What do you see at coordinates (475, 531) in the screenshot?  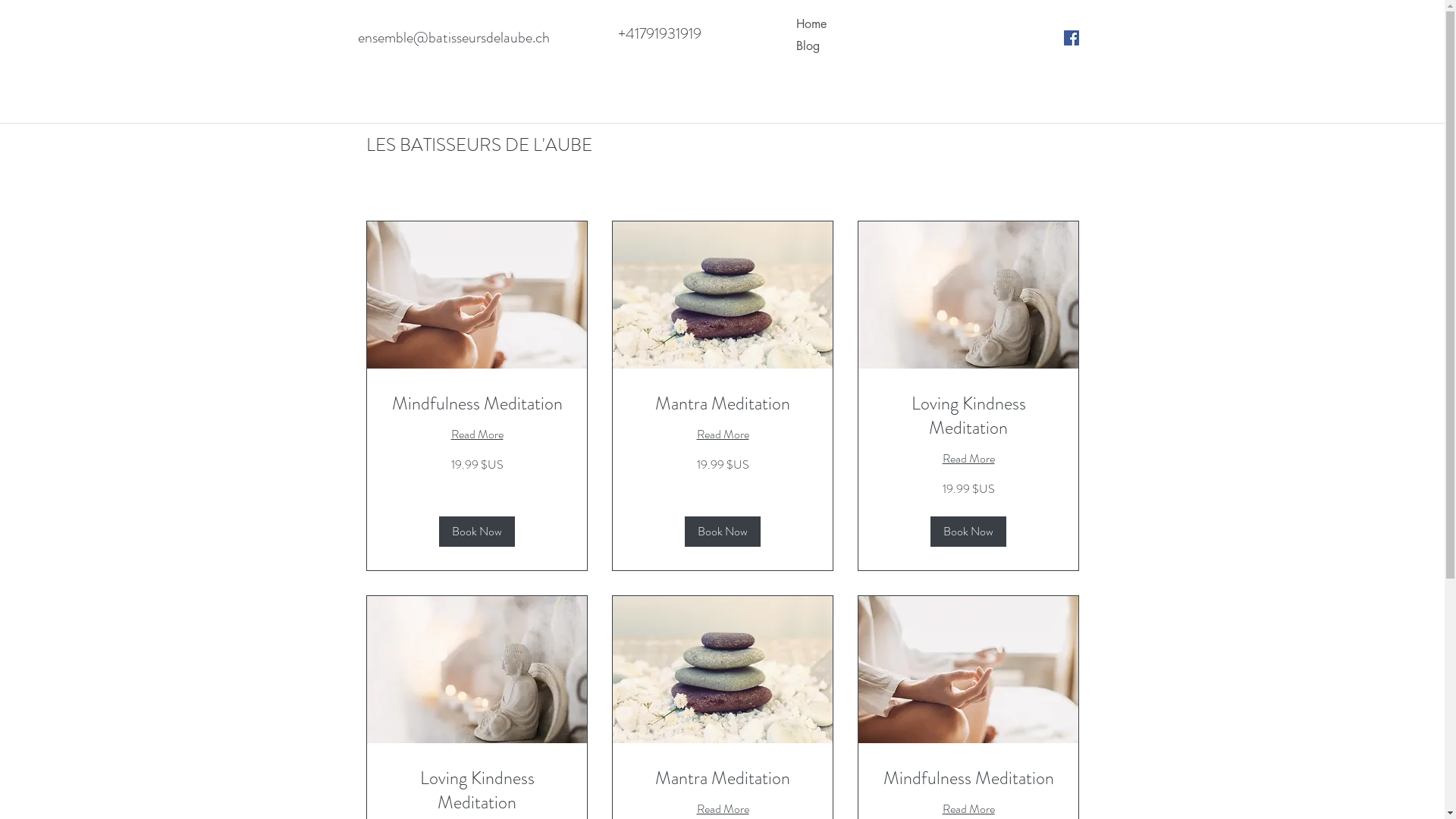 I see `'Book Now'` at bounding box center [475, 531].